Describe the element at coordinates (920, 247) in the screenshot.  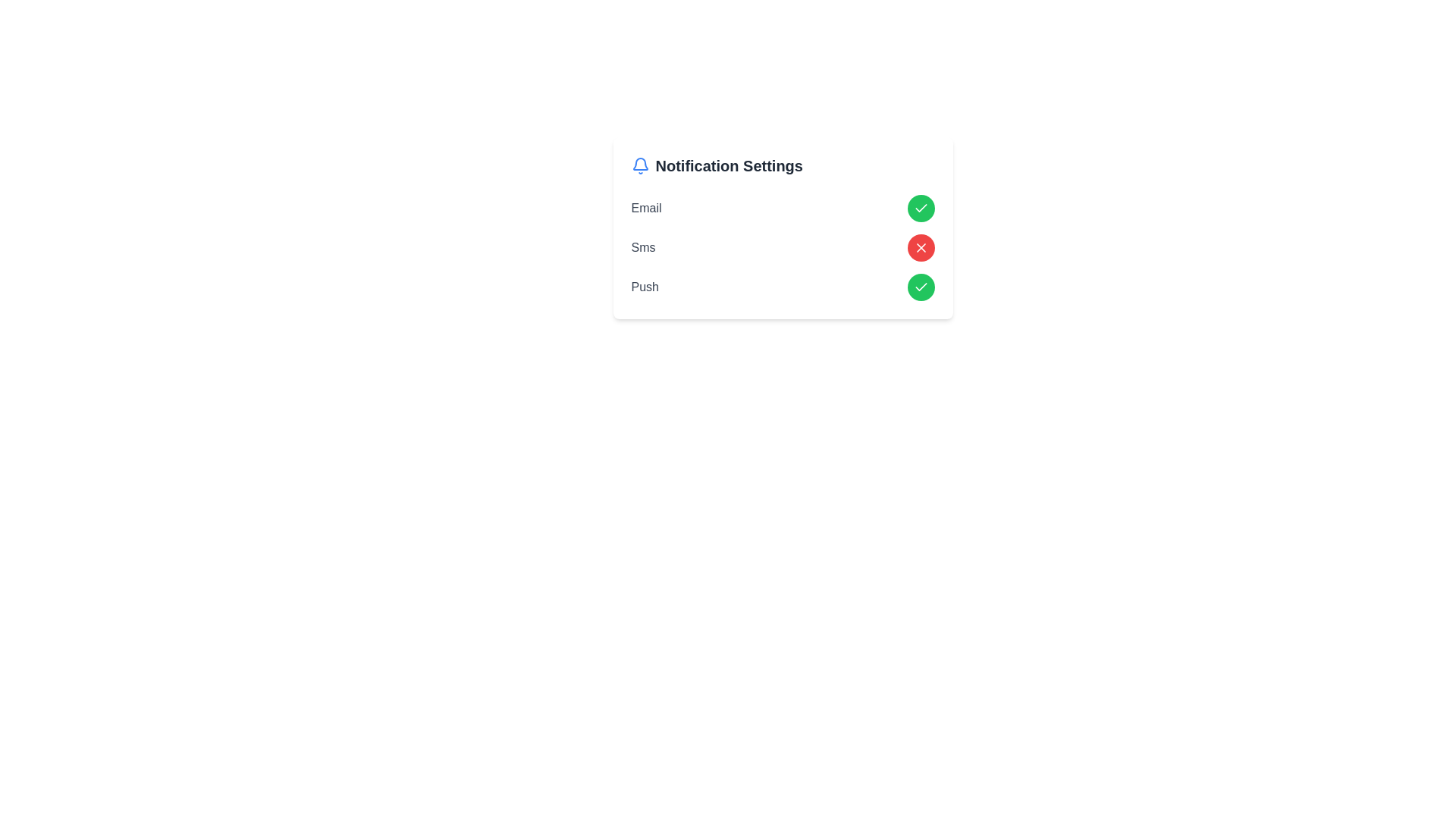
I see `the second button in the notification settings row that disables or marks off the 'Sms' notification option for more information` at that location.